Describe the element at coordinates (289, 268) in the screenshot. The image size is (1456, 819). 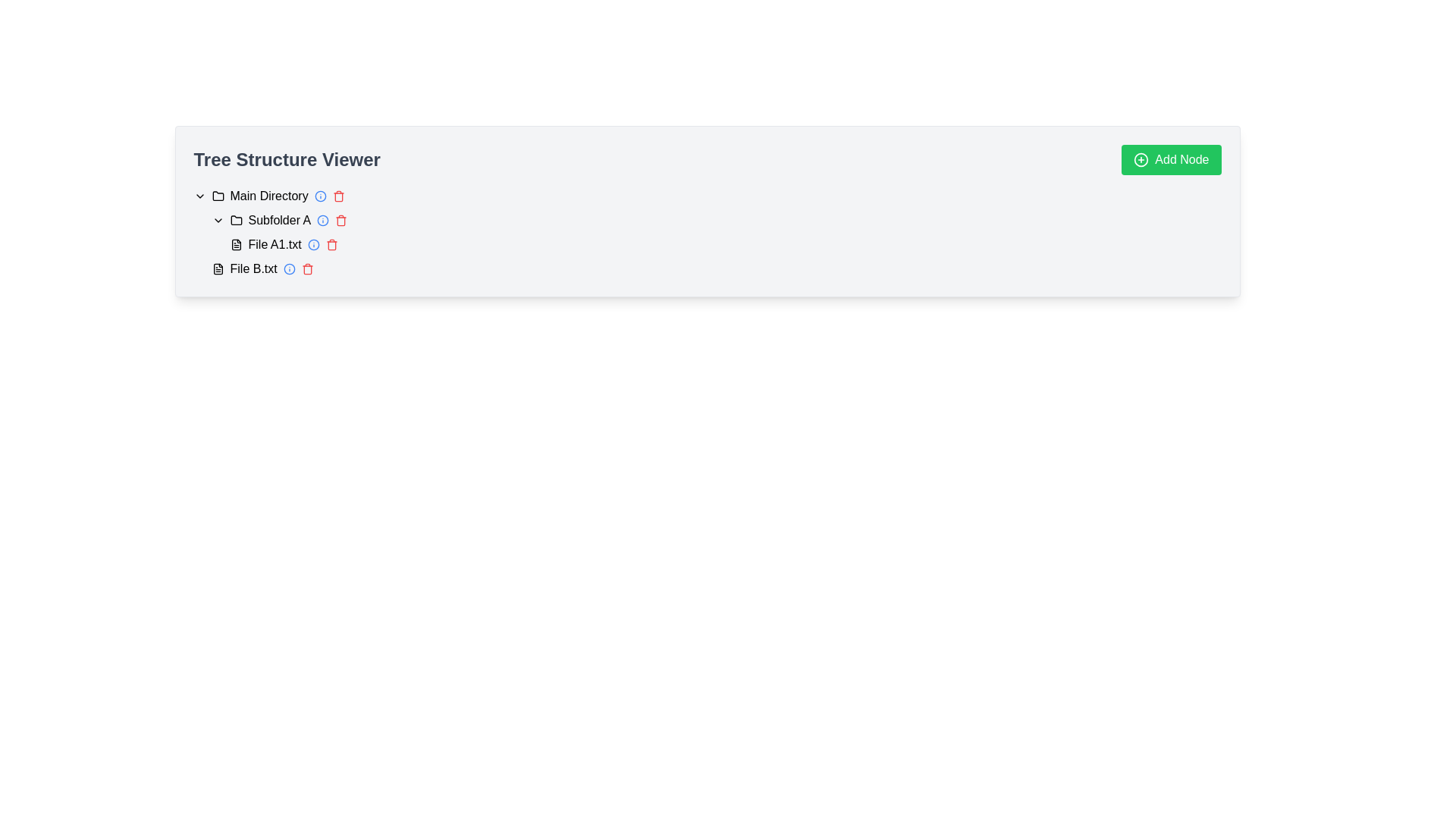
I see `the visual indicator icon adjacent to the directory or file label in the tree structure viewer to interact with nearby items` at that location.